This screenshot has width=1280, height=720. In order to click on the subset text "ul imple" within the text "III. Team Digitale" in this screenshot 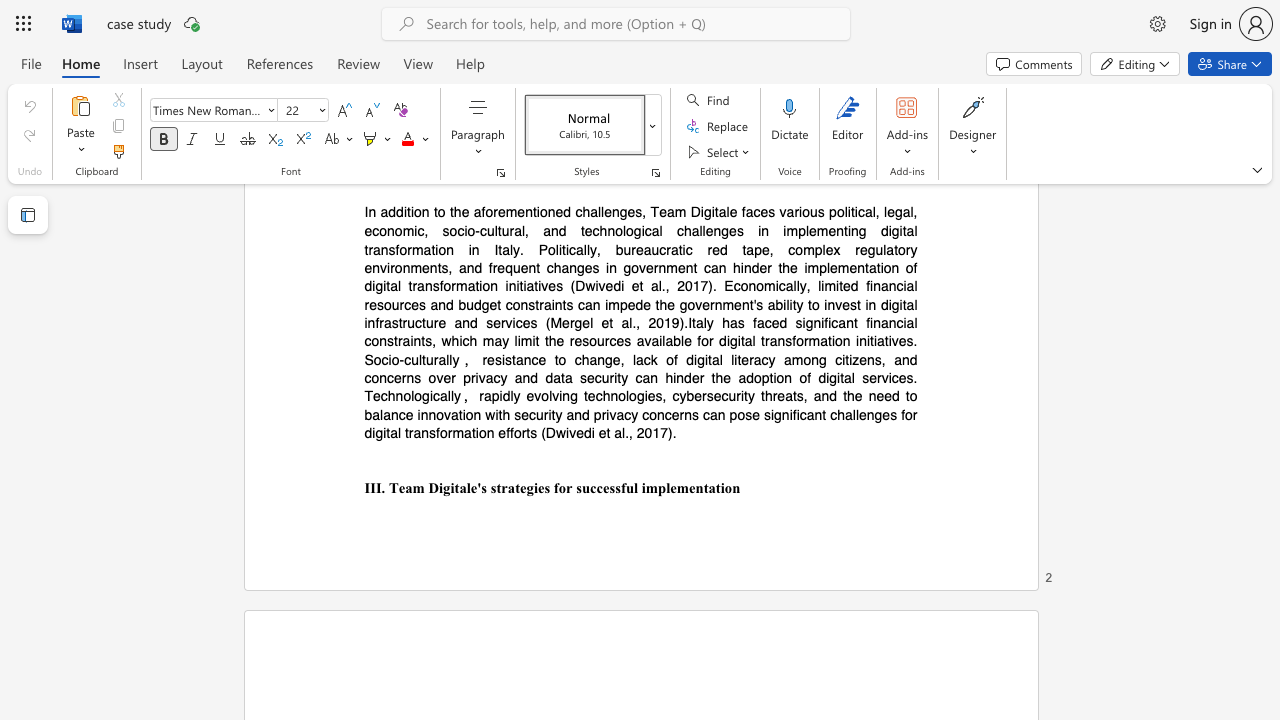, I will do `click(624, 487)`.